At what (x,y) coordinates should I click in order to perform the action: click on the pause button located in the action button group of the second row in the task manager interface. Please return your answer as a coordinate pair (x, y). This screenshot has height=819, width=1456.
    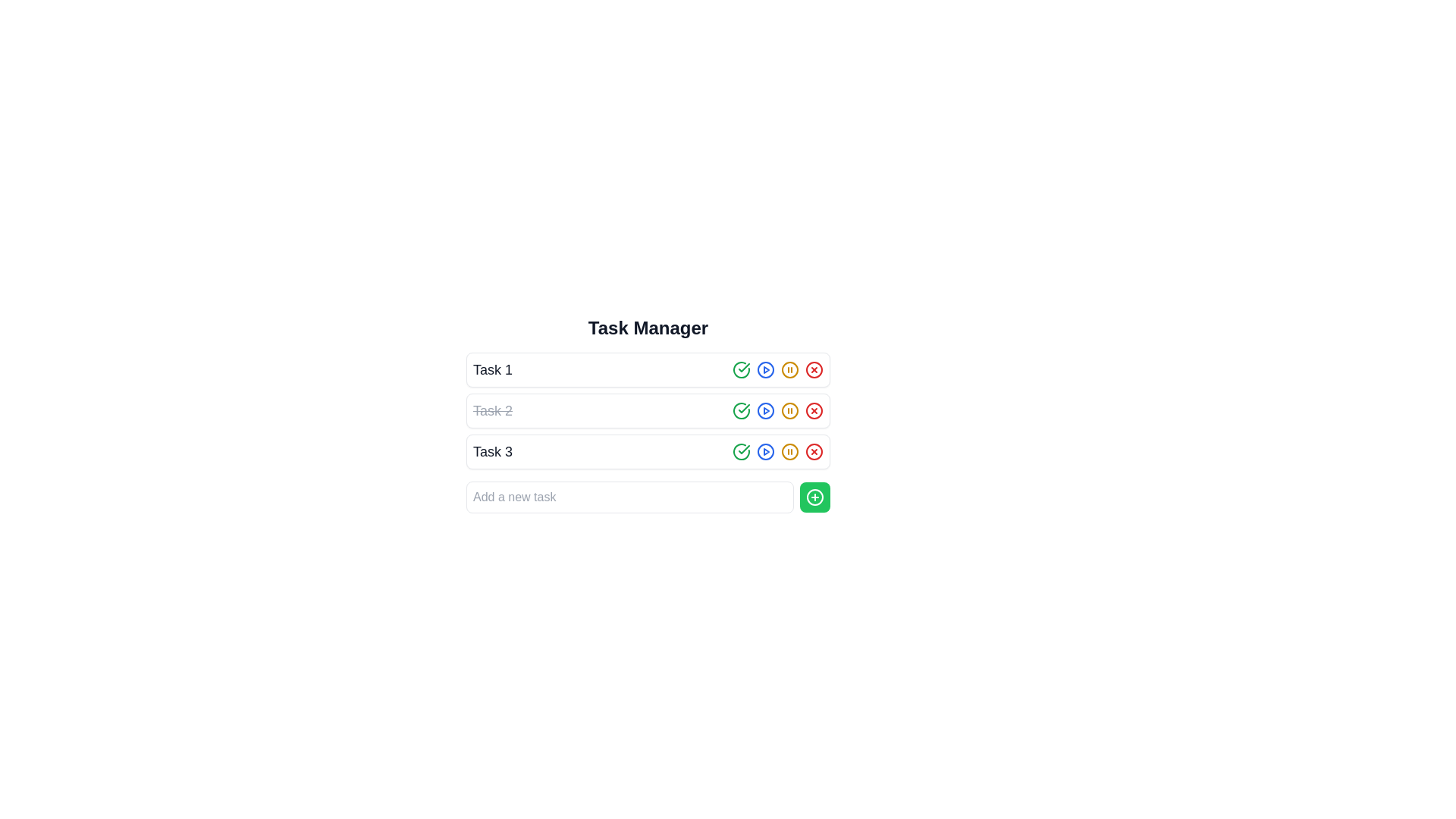
    Looking at the image, I should click on (789, 411).